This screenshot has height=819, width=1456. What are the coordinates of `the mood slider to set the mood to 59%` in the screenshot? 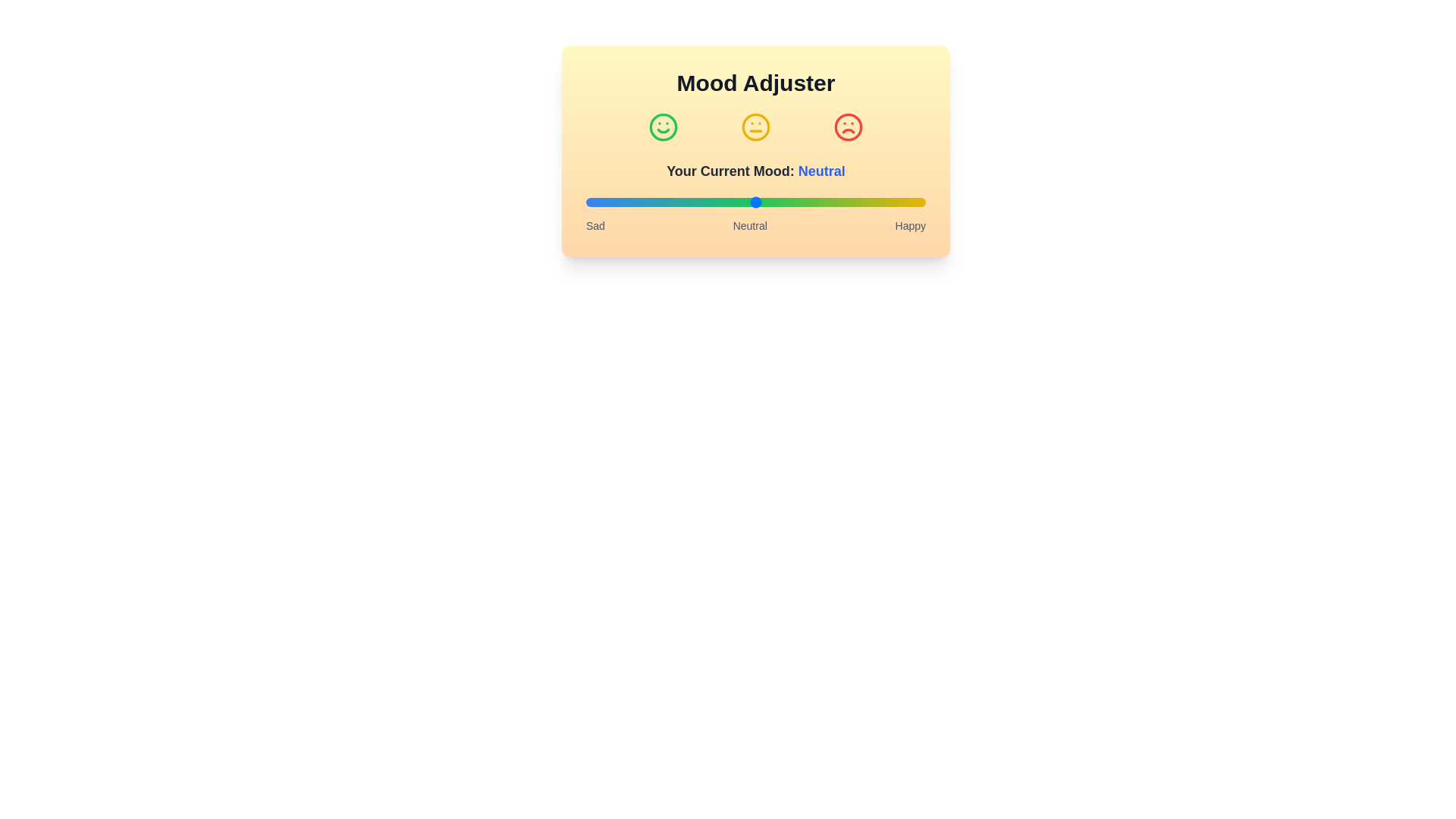 It's located at (786, 201).